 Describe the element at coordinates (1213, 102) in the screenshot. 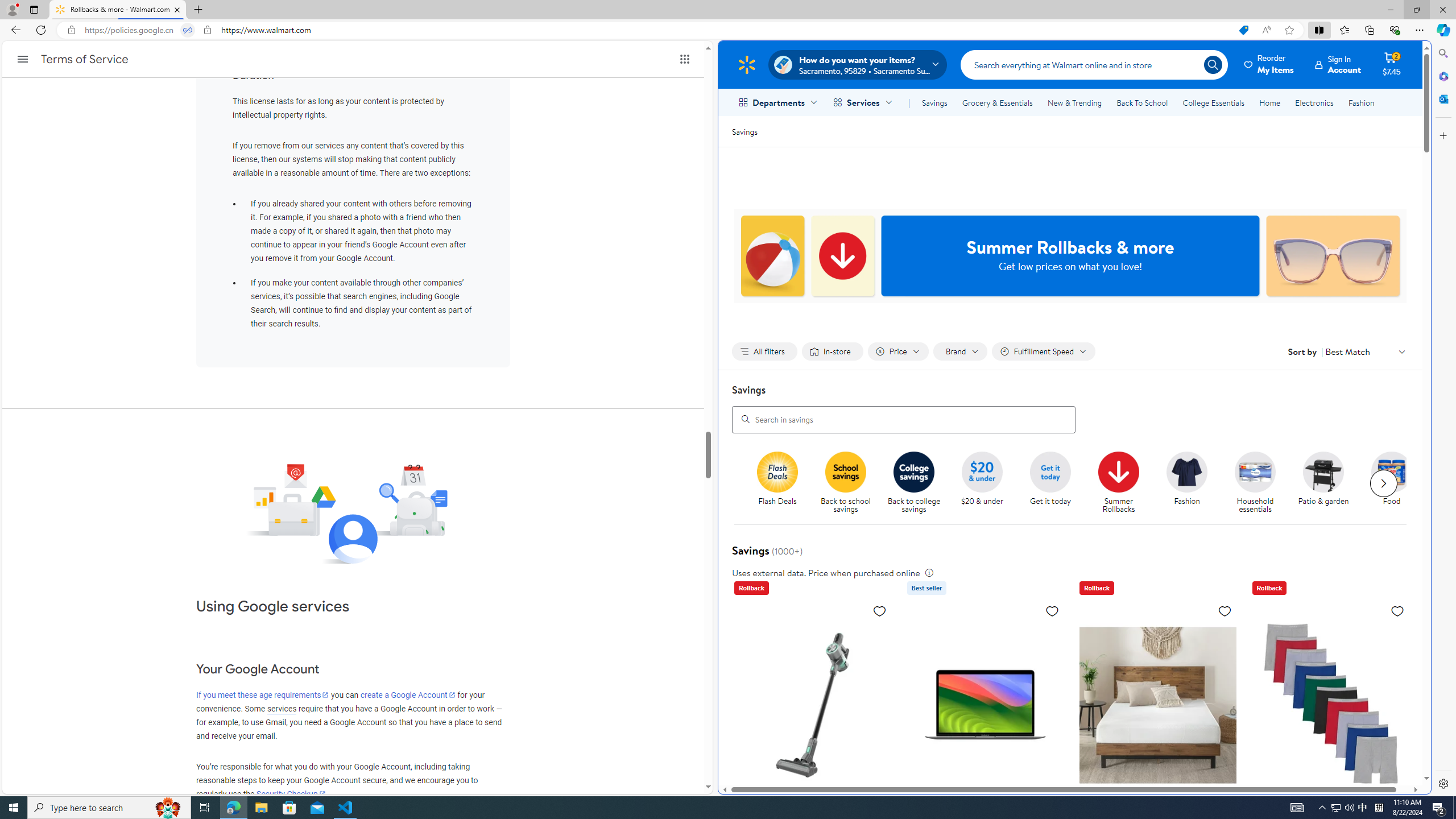

I see `'College Essentials'` at that location.